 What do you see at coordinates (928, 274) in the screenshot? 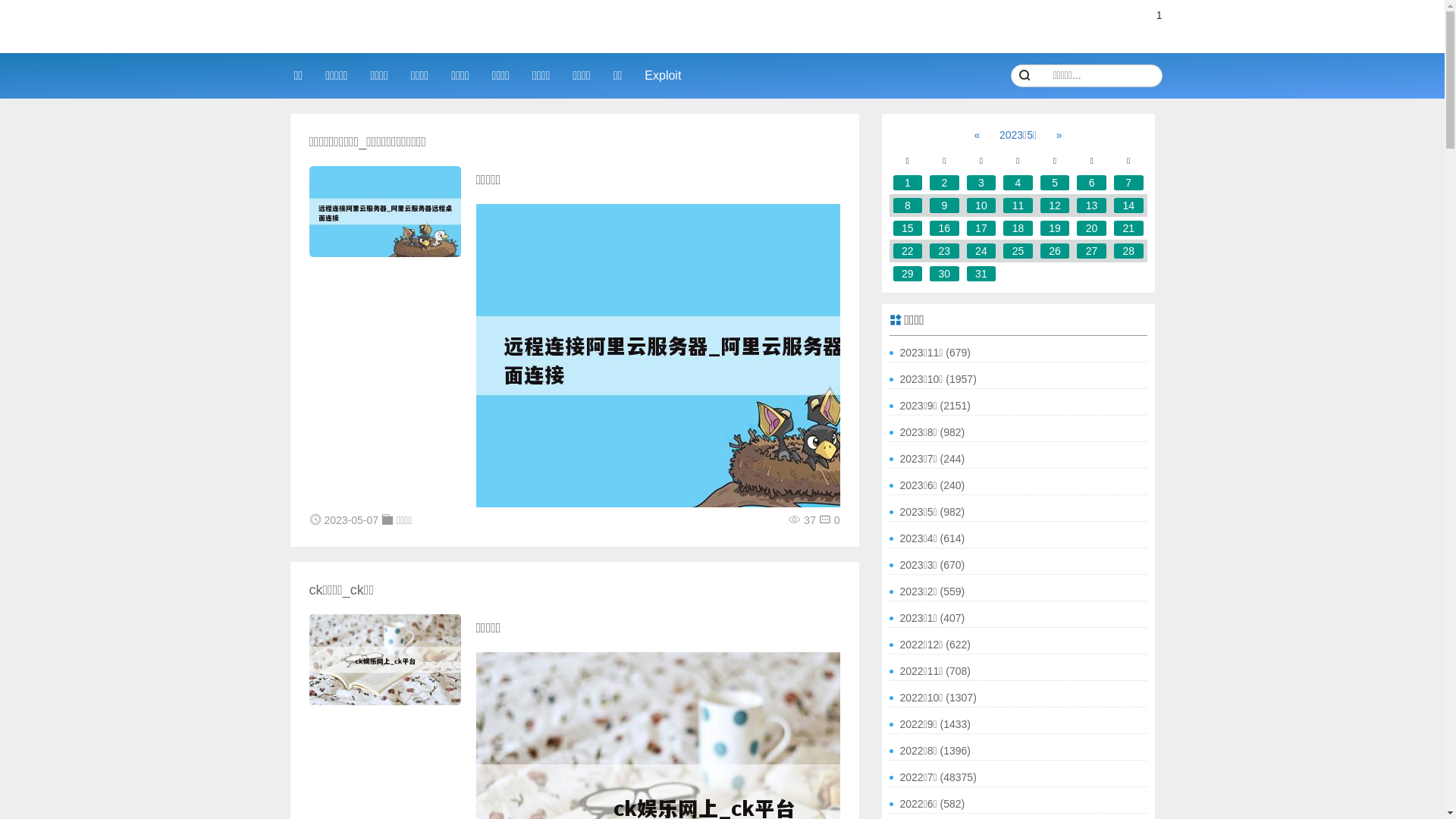
I see `'30'` at bounding box center [928, 274].